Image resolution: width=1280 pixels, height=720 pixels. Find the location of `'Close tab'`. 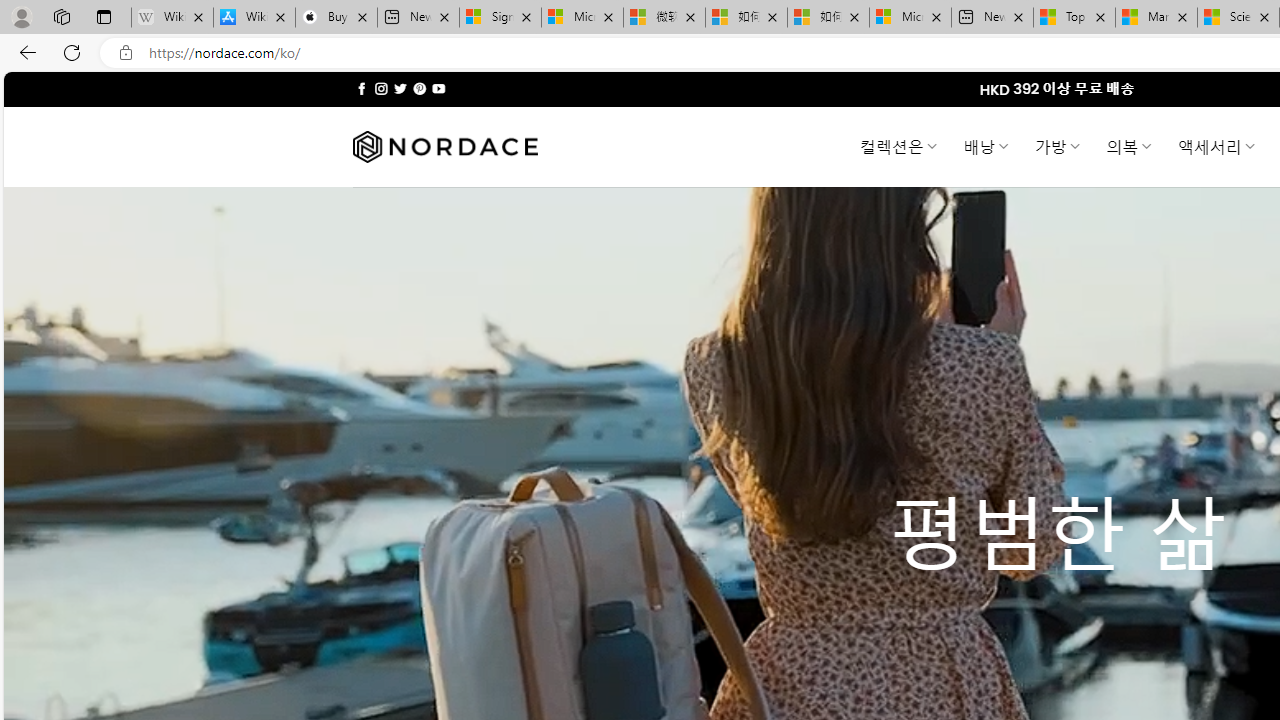

'Close tab' is located at coordinates (1263, 17).